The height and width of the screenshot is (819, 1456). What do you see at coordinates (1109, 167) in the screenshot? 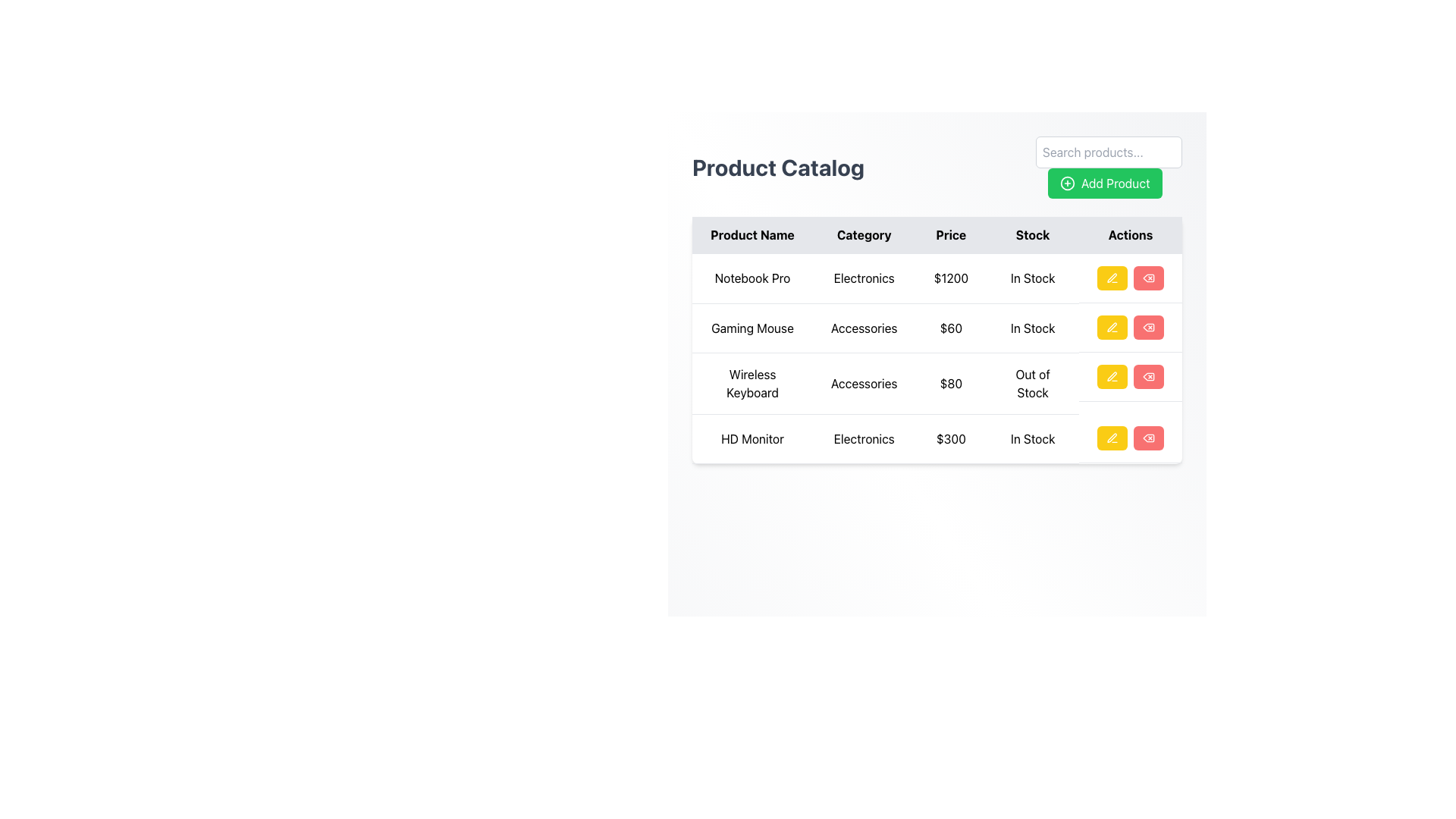
I see `the 'Add Product' button, which has a green background, white text, and a circular plus icon` at bounding box center [1109, 167].